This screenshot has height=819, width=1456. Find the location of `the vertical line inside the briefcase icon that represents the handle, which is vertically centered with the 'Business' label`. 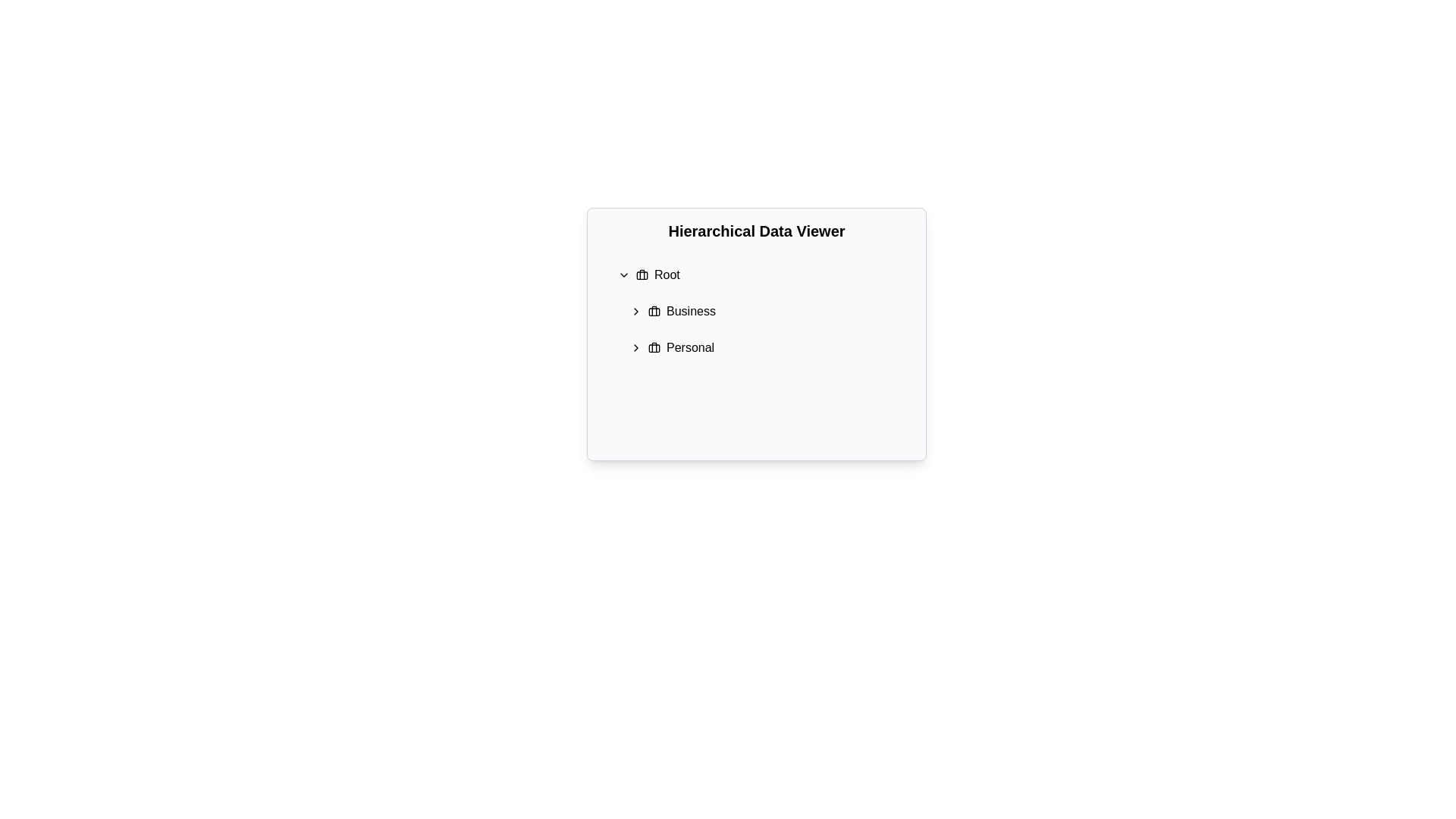

the vertical line inside the briefcase icon that represents the handle, which is vertically centered with the 'Business' label is located at coordinates (654, 309).